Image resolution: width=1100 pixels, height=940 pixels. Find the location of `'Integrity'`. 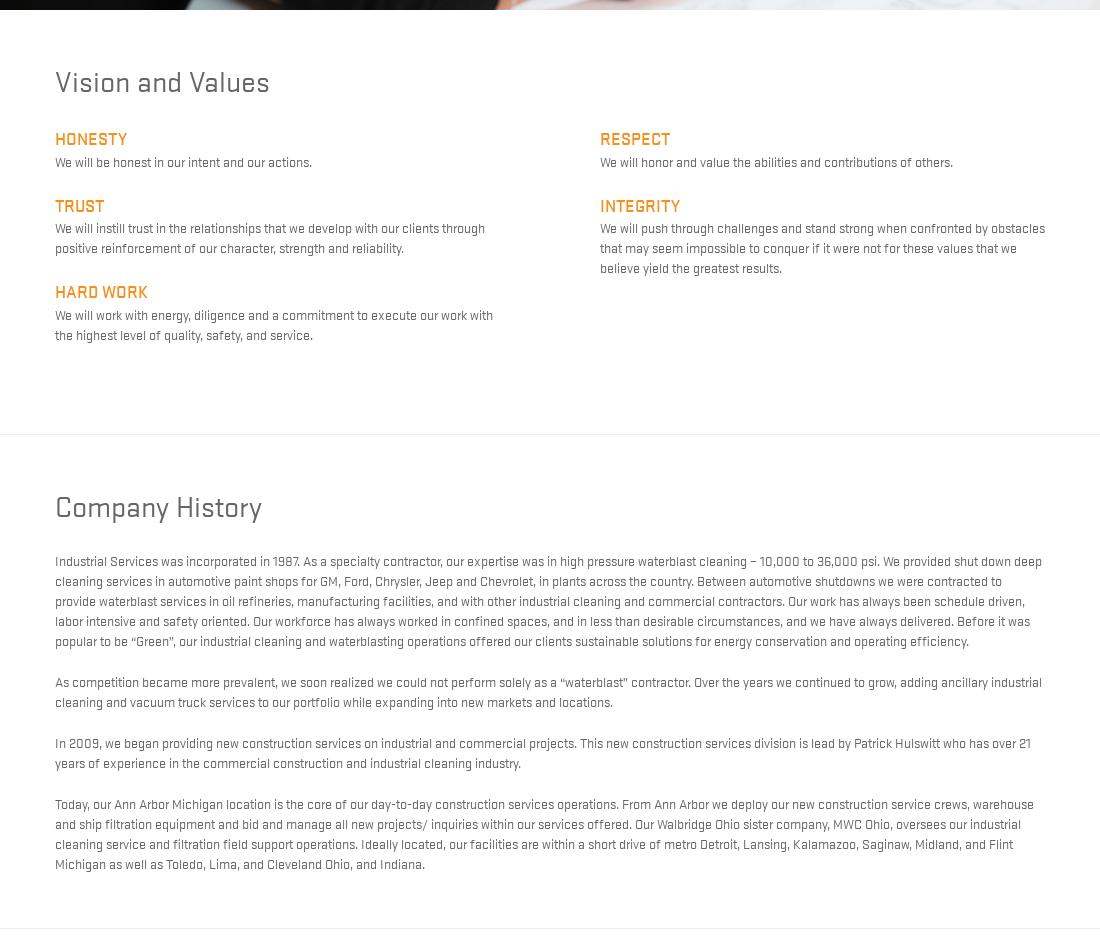

'Integrity' is located at coordinates (597, 202).